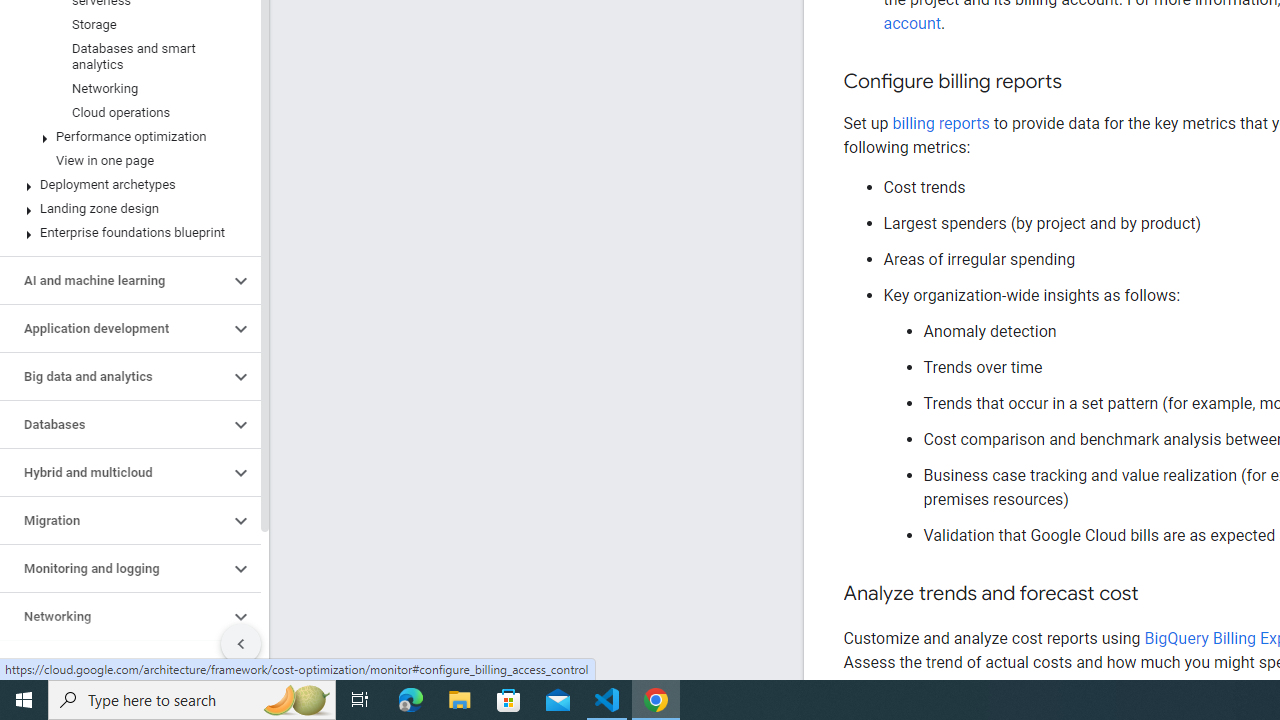 This screenshot has height=720, width=1280. Describe the element at coordinates (113, 569) in the screenshot. I see `'Monitoring and logging'` at that location.